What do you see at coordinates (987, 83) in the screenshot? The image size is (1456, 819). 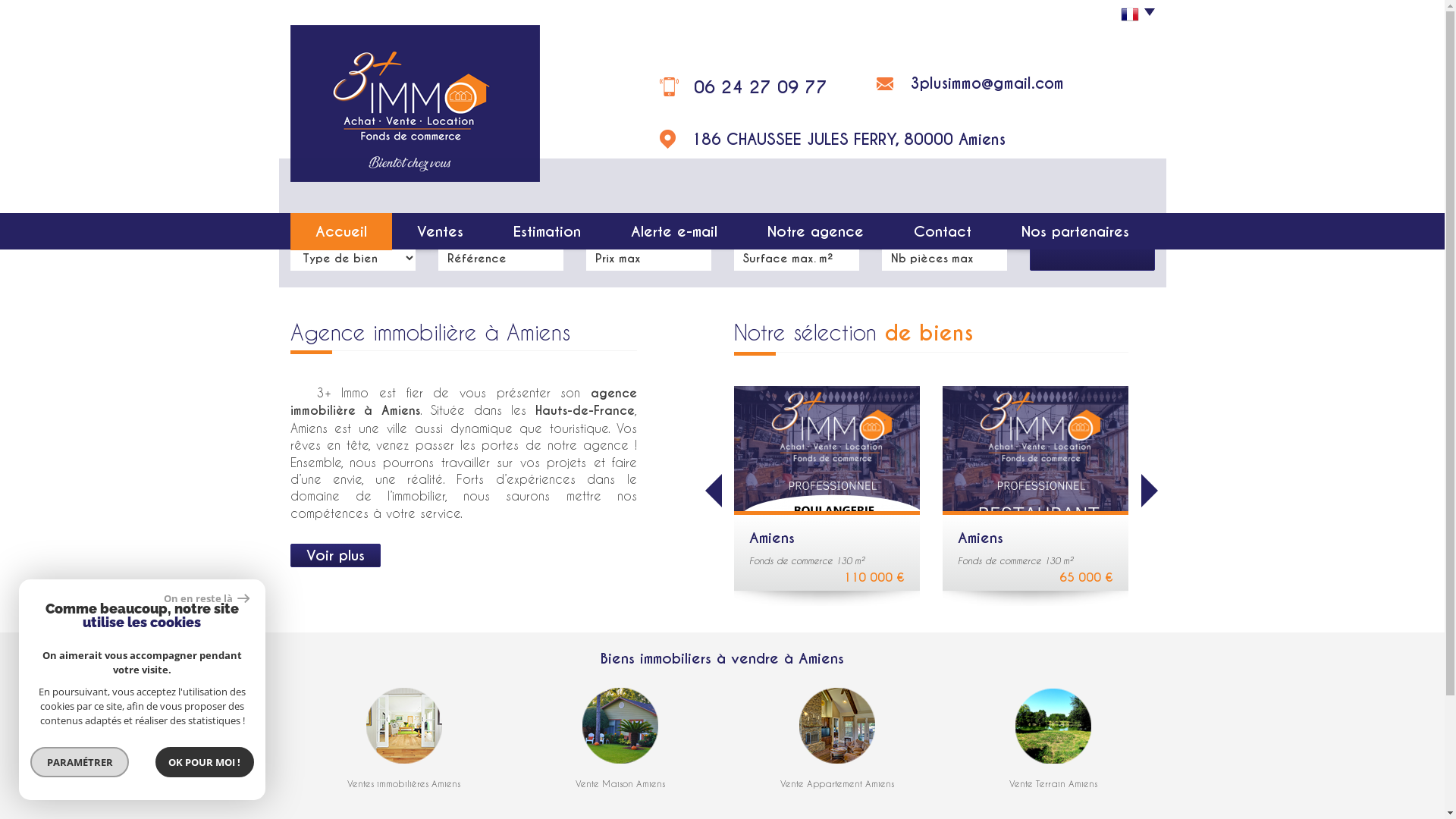 I see `'3plusimmo@gmail.com'` at bounding box center [987, 83].